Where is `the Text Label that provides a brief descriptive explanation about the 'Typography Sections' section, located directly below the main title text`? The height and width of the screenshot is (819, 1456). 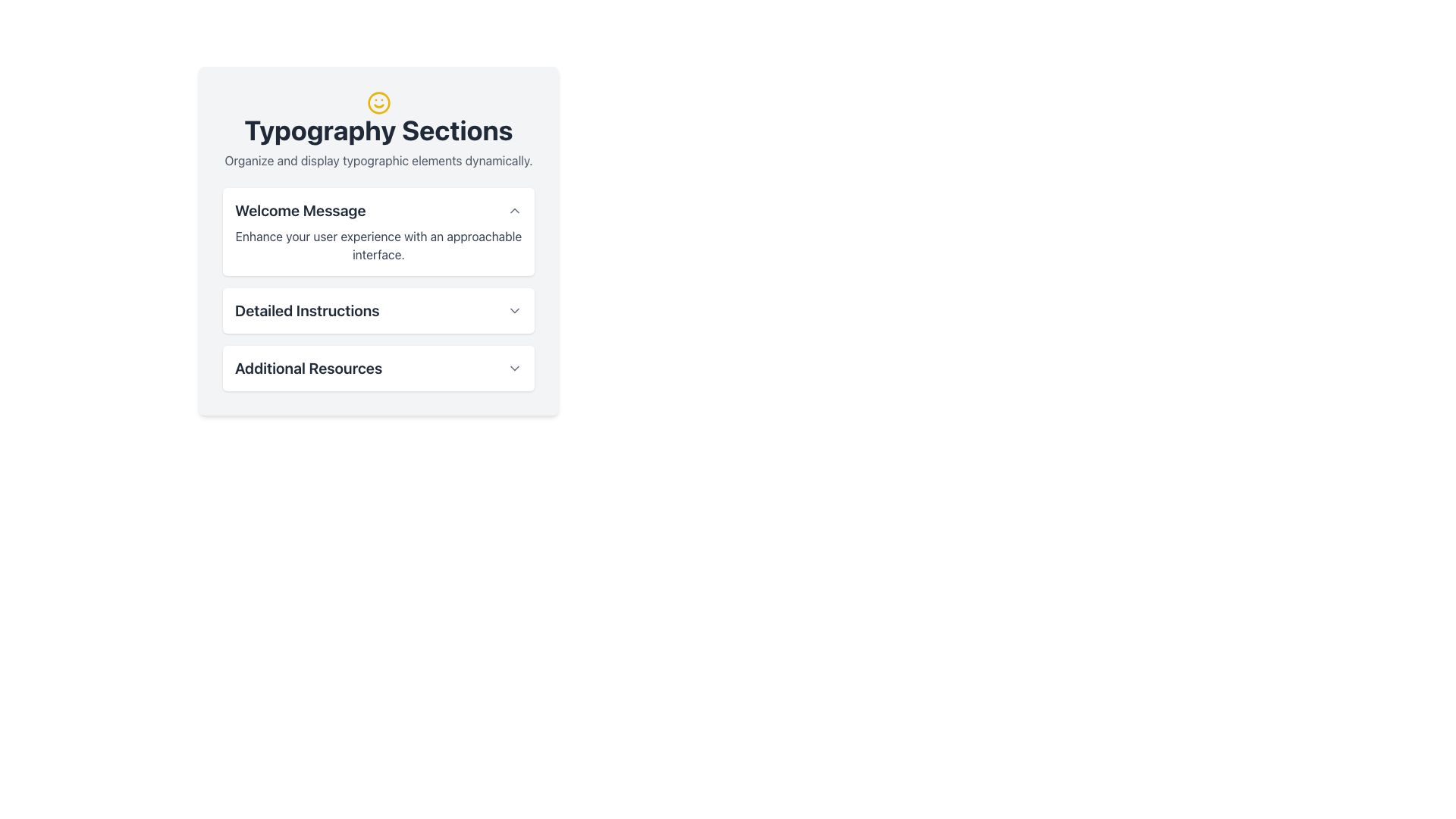 the Text Label that provides a brief descriptive explanation about the 'Typography Sections' section, located directly below the main title text is located at coordinates (378, 158).